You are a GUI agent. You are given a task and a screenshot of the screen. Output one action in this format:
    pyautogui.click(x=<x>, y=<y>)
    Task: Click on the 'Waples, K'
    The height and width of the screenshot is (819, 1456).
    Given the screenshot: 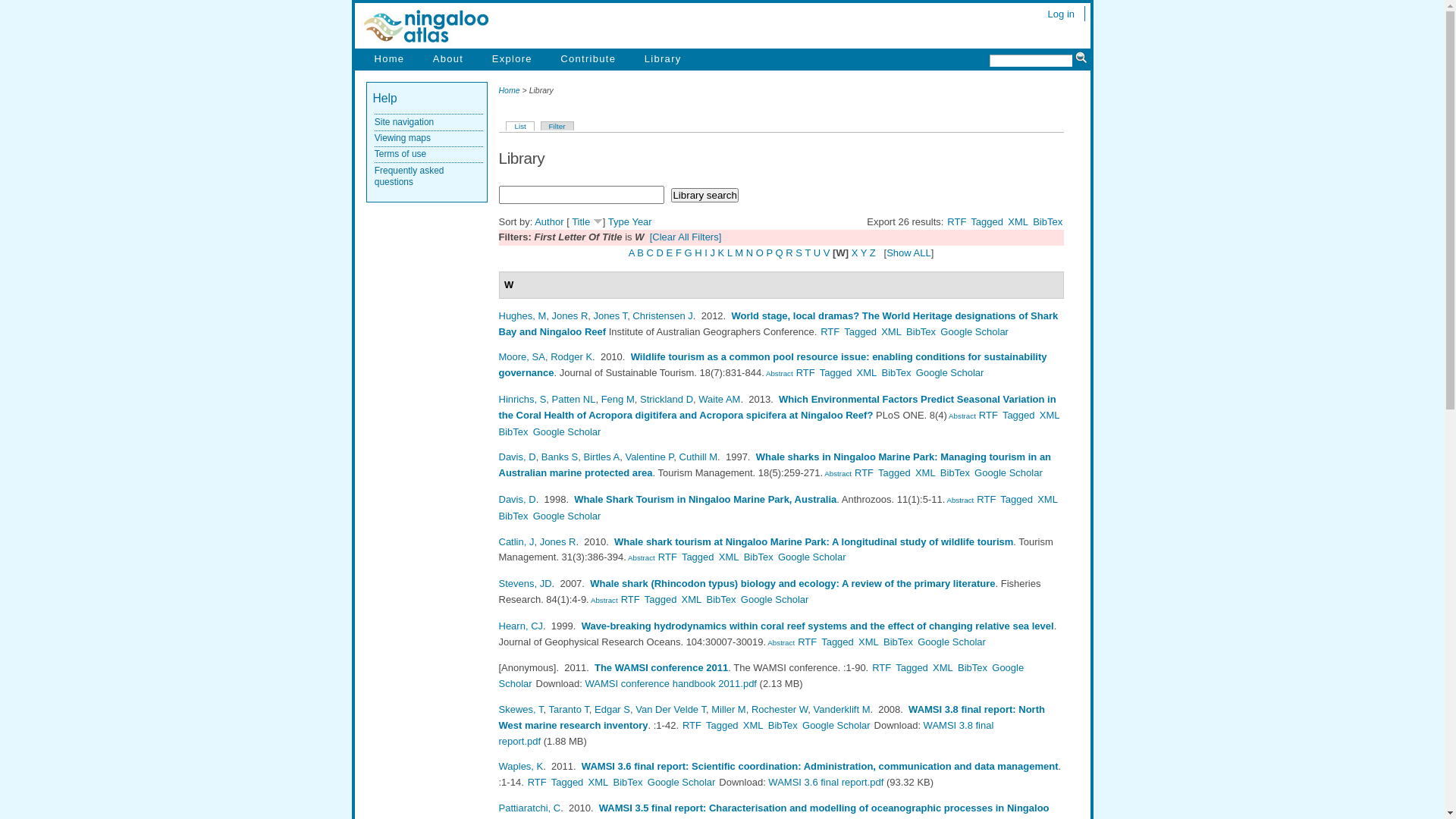 What is the action you would take?
    pyautogui.click(x=521, y=766)
    